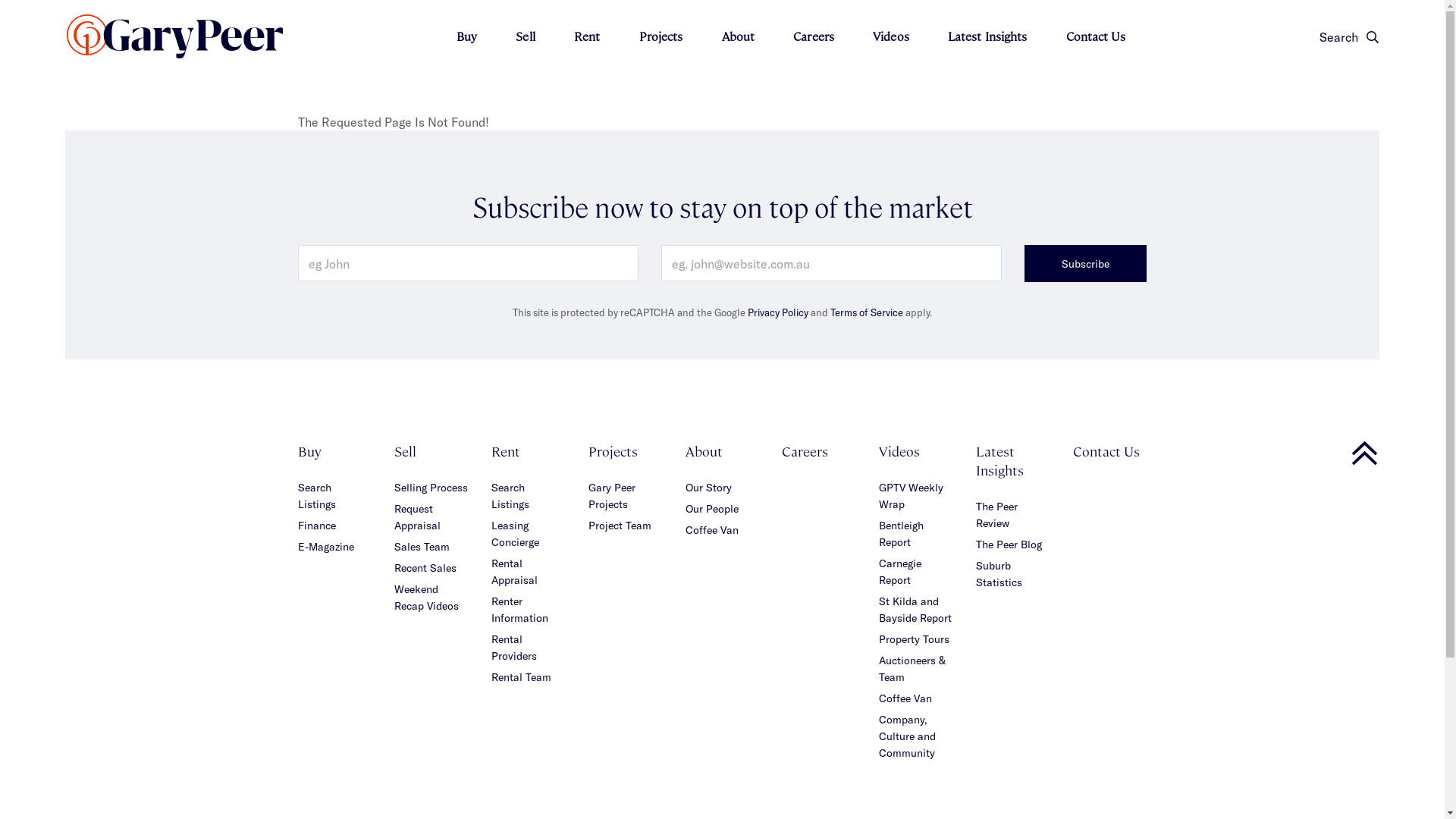  I want to click on 'Subscribe', so click(1024, 262).